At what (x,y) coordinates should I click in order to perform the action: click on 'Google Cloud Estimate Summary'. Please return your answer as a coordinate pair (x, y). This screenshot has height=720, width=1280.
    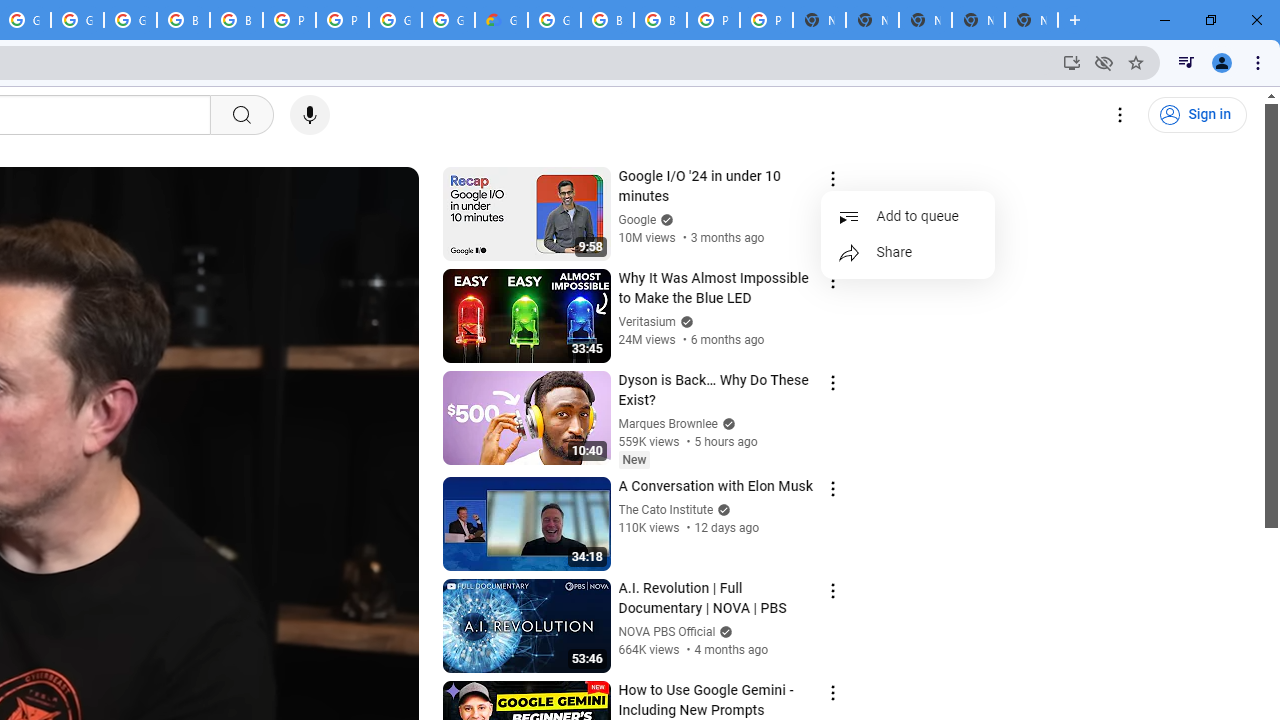
    Looking at the image, I should click on (501, 20).